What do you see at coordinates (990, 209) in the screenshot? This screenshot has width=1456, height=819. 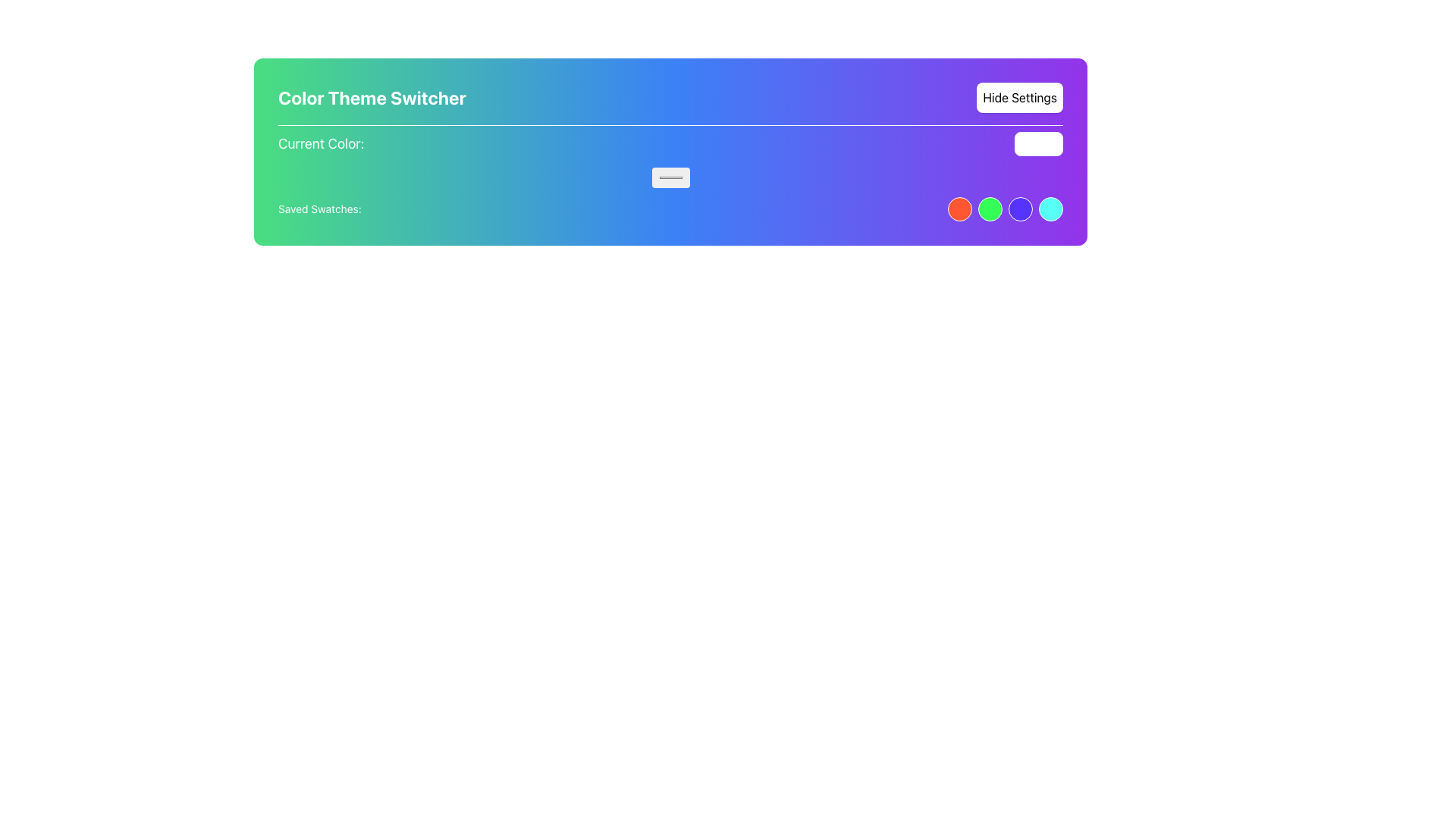 I see `the second button from the left, which is a green theme selection button` at bounding box center [990, 209].